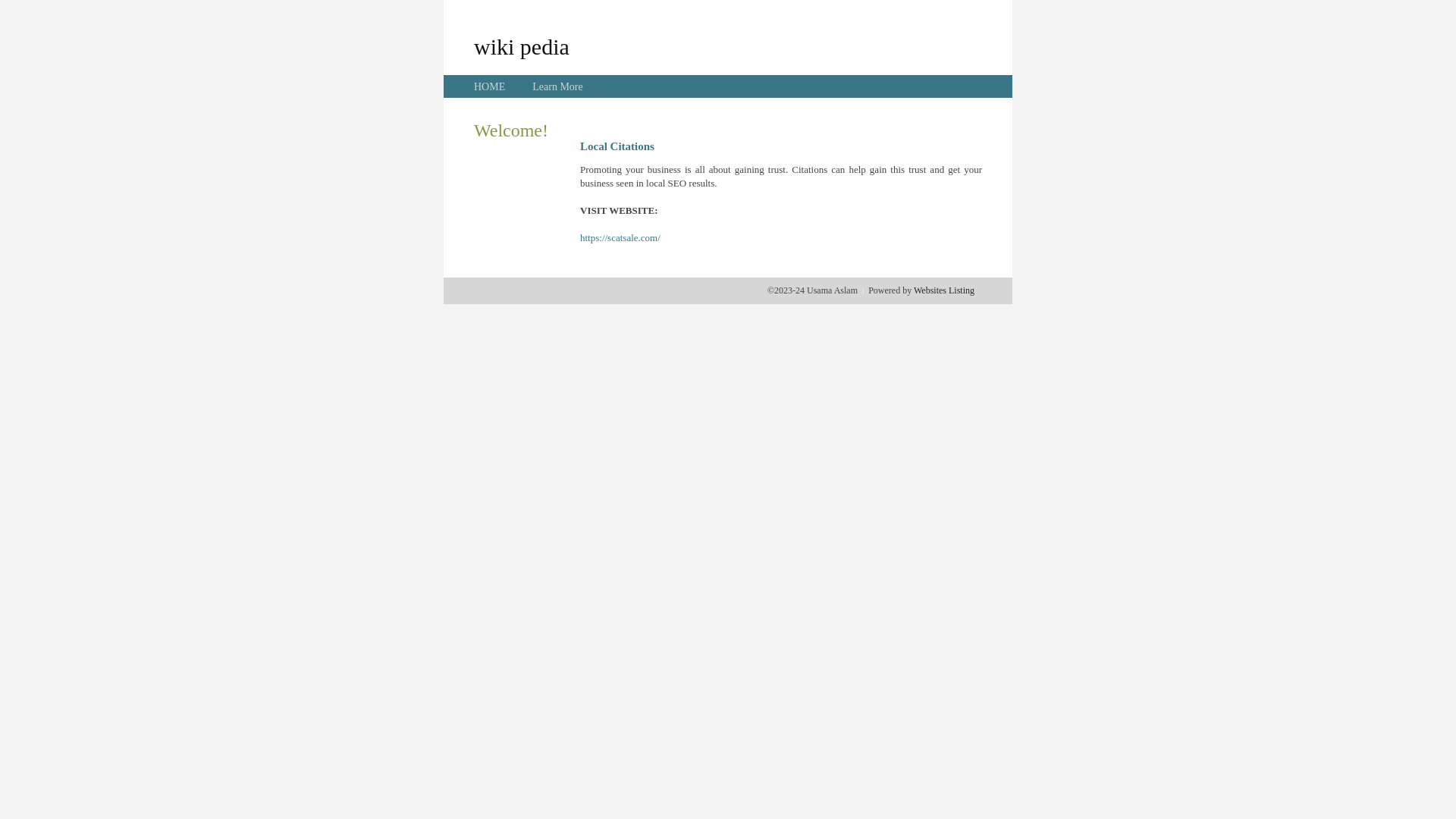  What do you see at coordinates (943, 290) in the screenshot?
I see `'Websites Listing'` at bounding box center [943, 290].